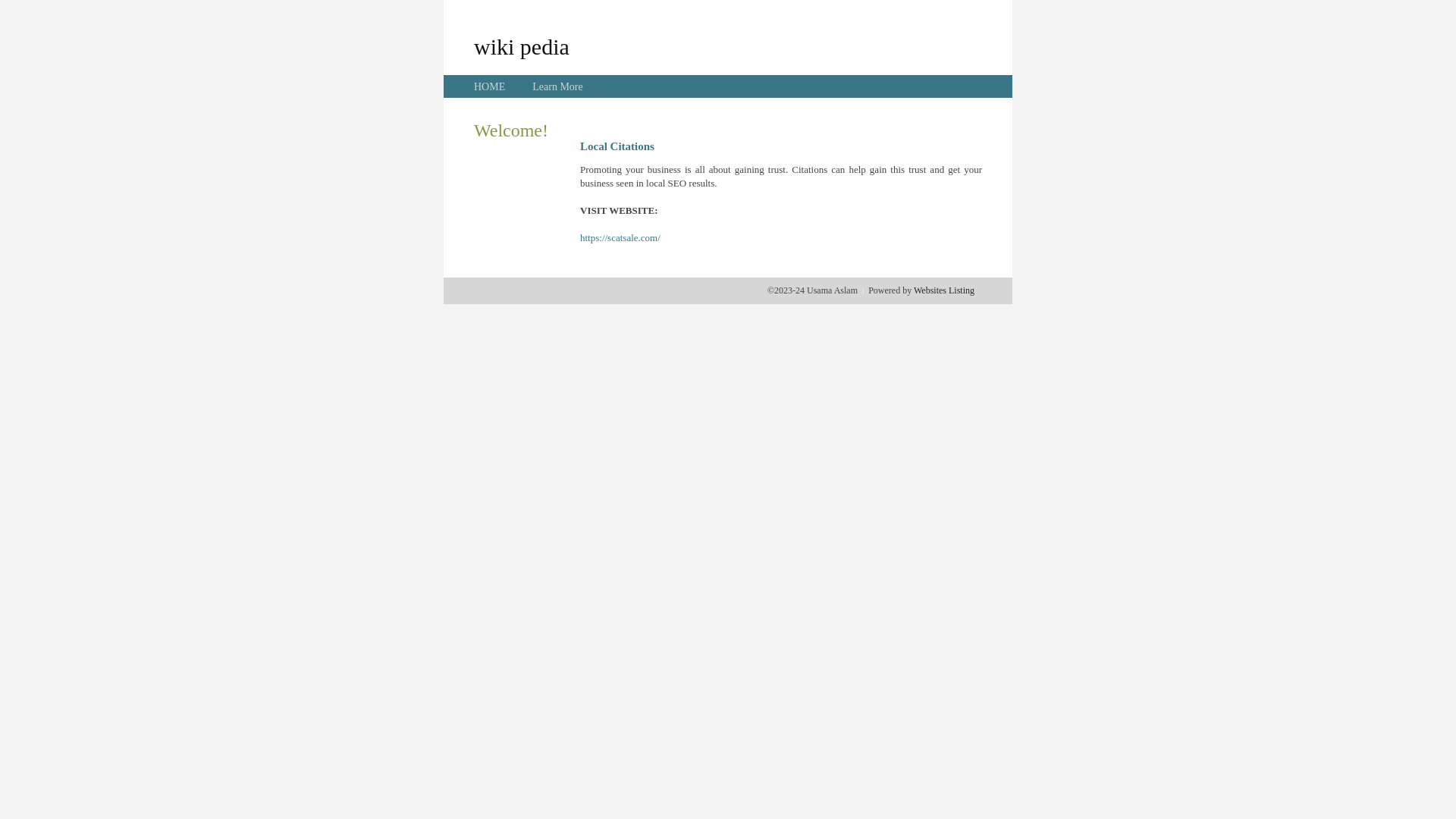  What do you see at coordinates (943, 290) in the screenshot?
I see `'Websites Listing'` at bounding box center [943, 290].